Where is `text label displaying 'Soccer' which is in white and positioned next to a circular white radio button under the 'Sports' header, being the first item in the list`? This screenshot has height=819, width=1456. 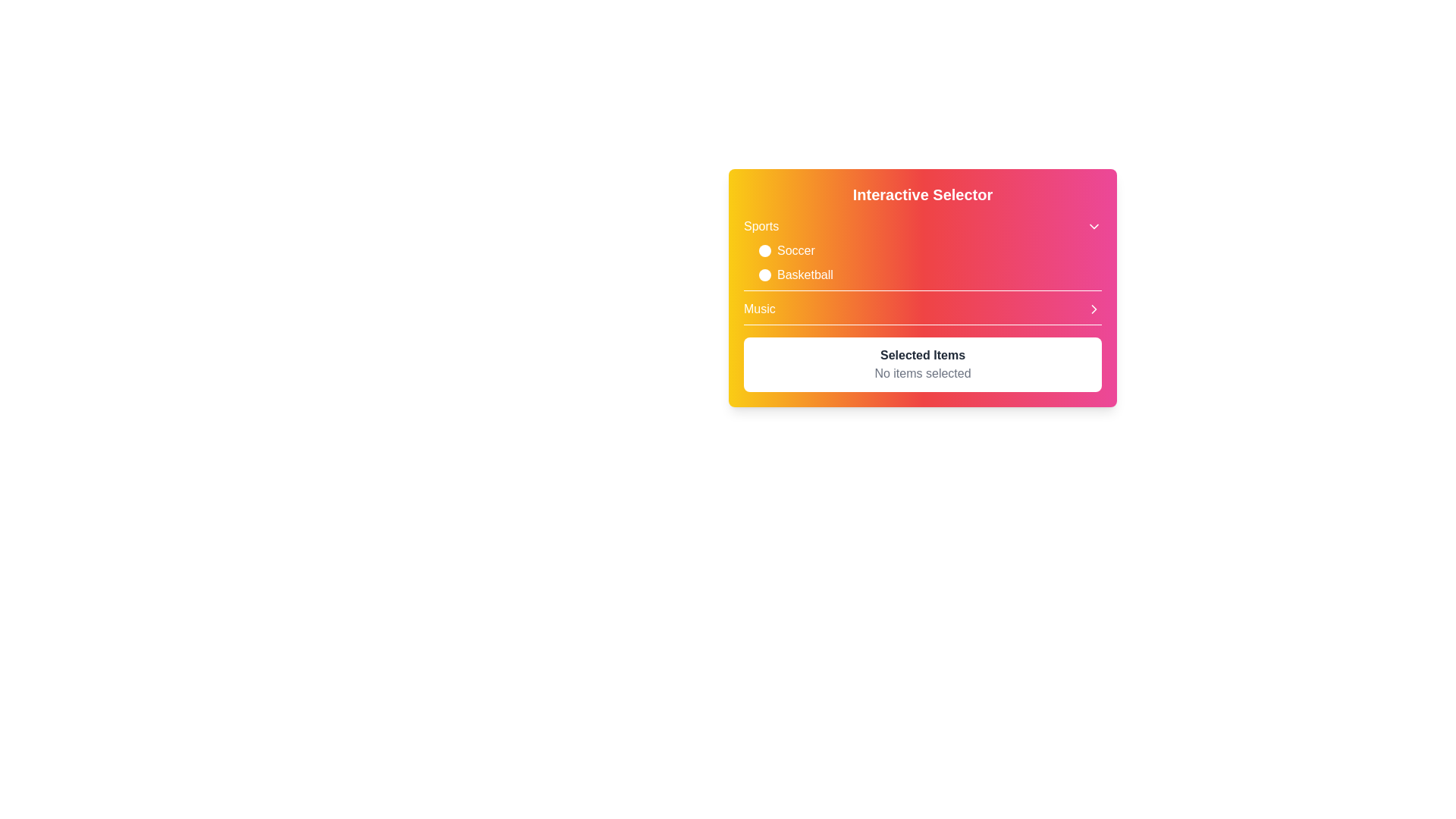 text label displaying 'Soccer' which is in white and positioned next to a circular white radio button under the 'Sports' header, being the first item in the list is located at coordinates (795, 250).